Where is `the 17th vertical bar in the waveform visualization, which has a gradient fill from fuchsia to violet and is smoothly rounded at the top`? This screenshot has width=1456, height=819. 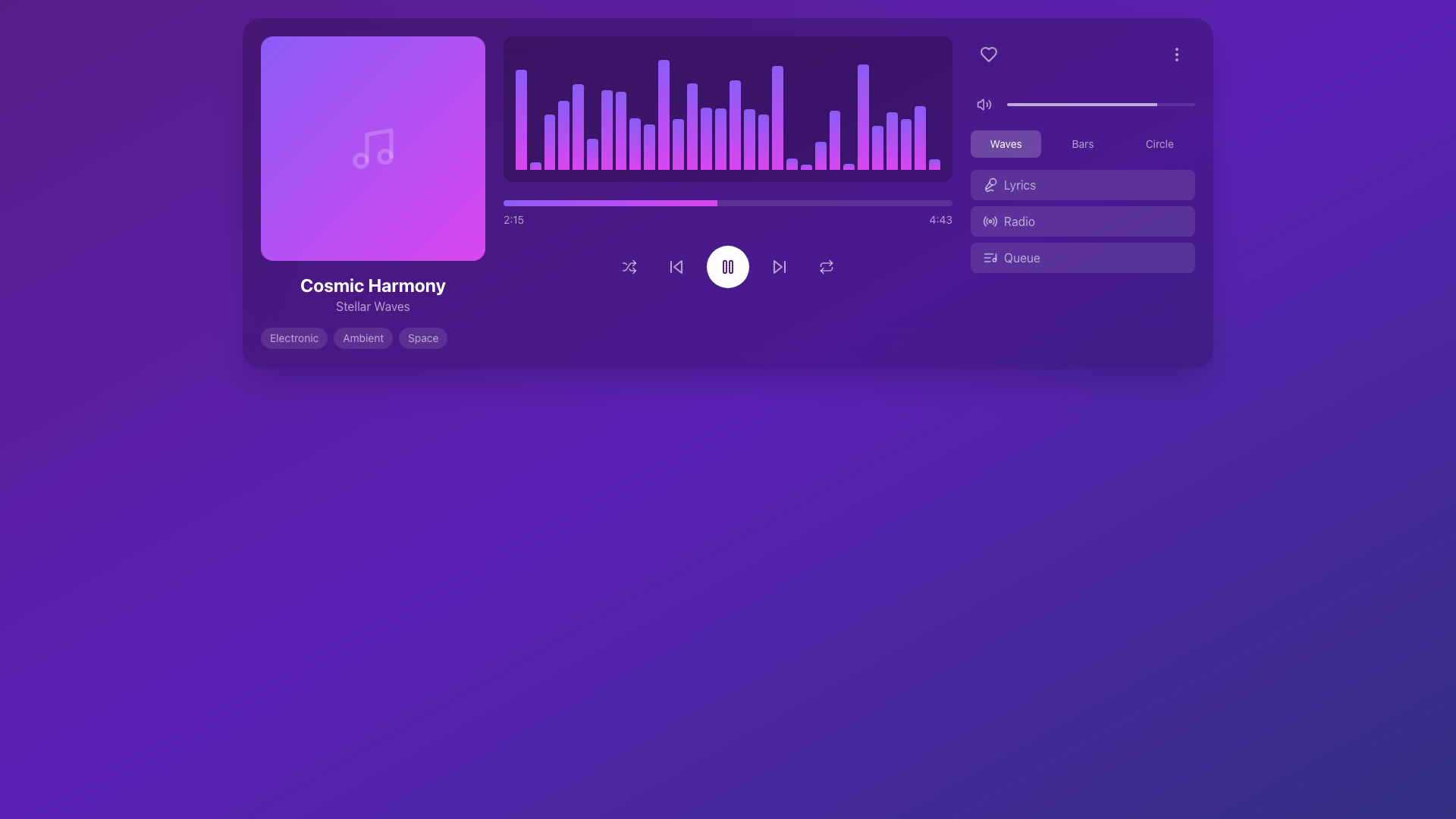
the 17th vertical bar in the waveform visualization, which has a gradient fill from fuchsia to violet and is smoothly rounded at the top is located at coordinates (764, 142).